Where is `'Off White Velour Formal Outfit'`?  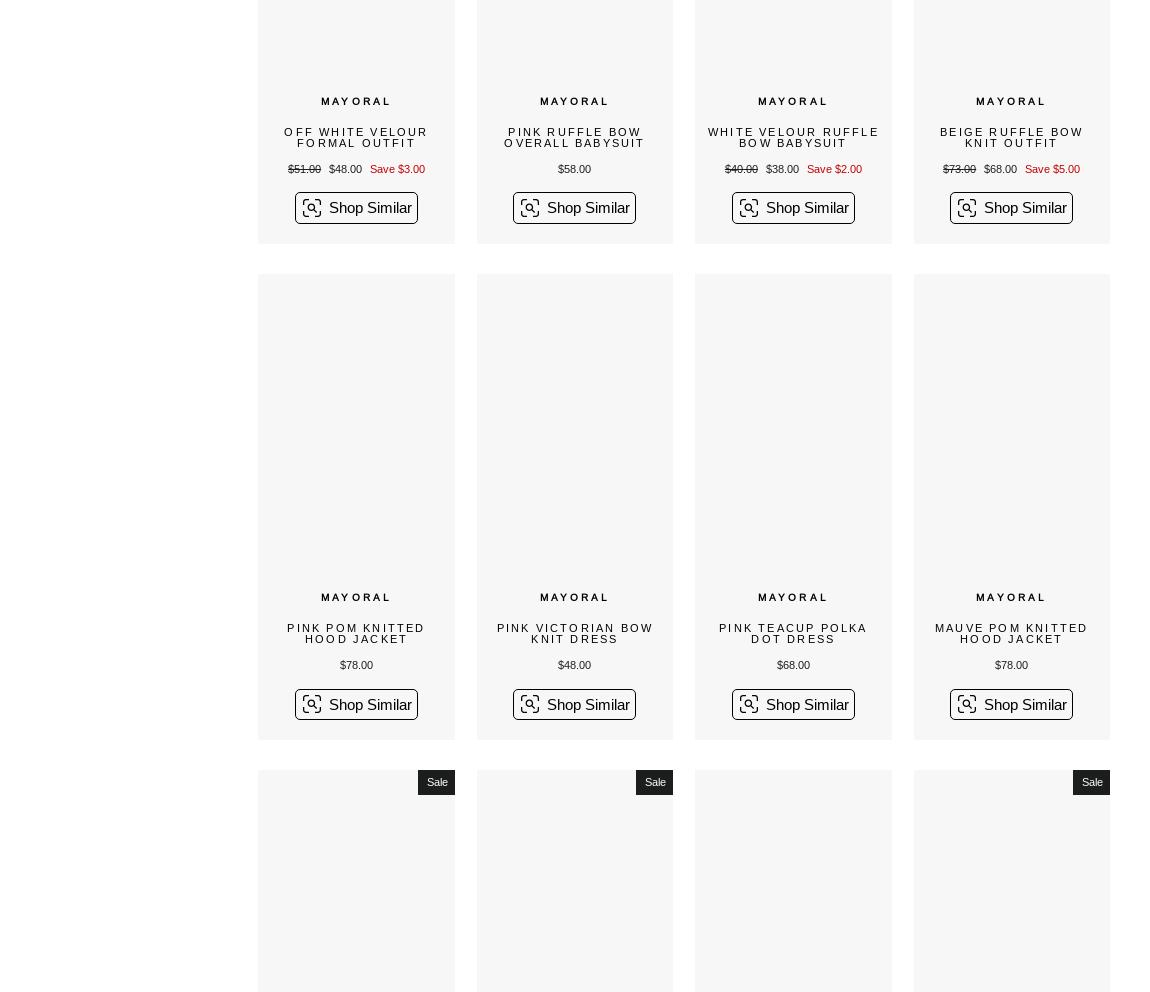
'Off White Velour Formal Outfit' is located at coordinates (356, 136).